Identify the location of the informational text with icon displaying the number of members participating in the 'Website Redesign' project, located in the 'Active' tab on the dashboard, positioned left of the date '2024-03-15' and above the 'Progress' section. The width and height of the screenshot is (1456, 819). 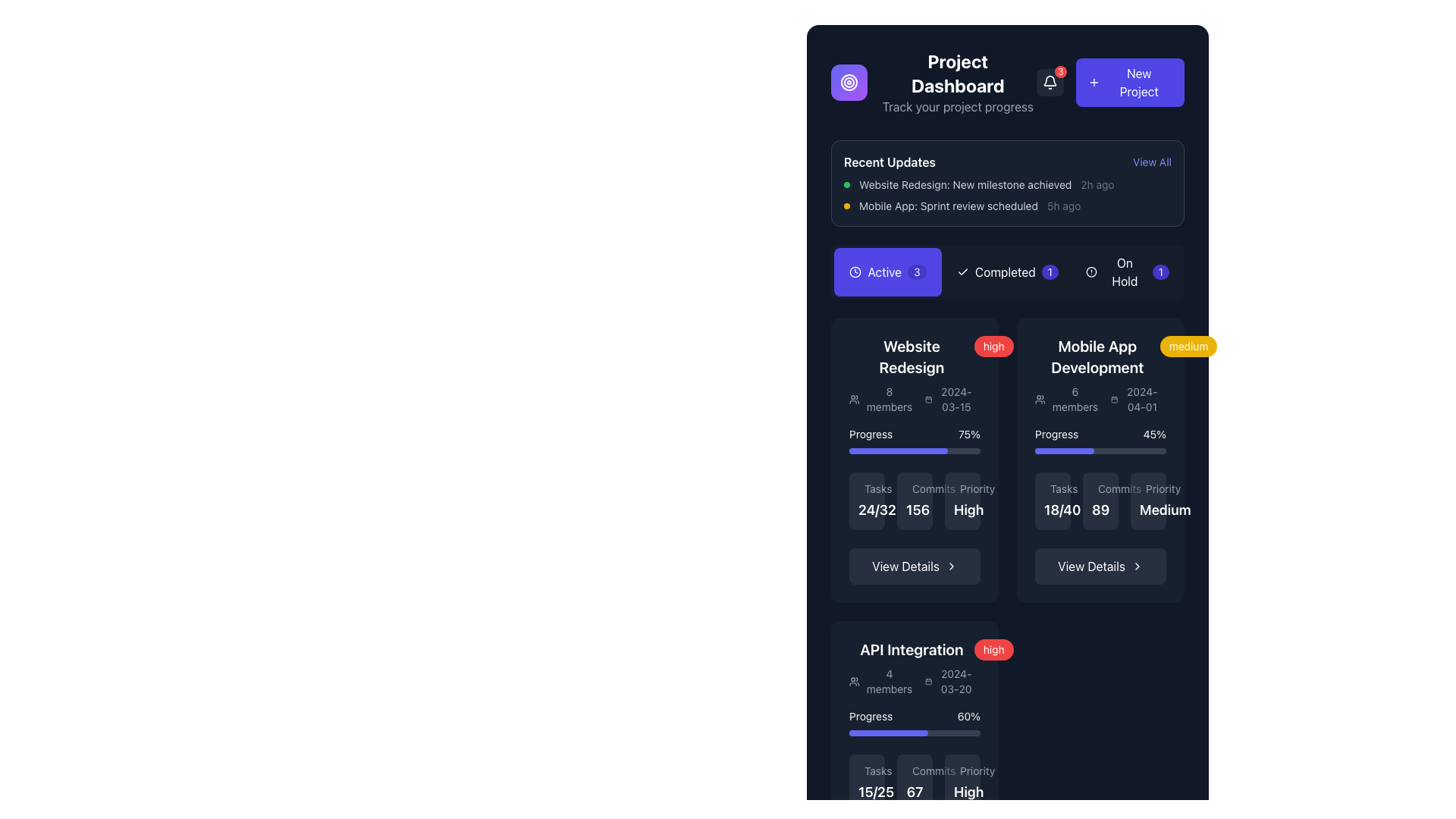
(881, 399).